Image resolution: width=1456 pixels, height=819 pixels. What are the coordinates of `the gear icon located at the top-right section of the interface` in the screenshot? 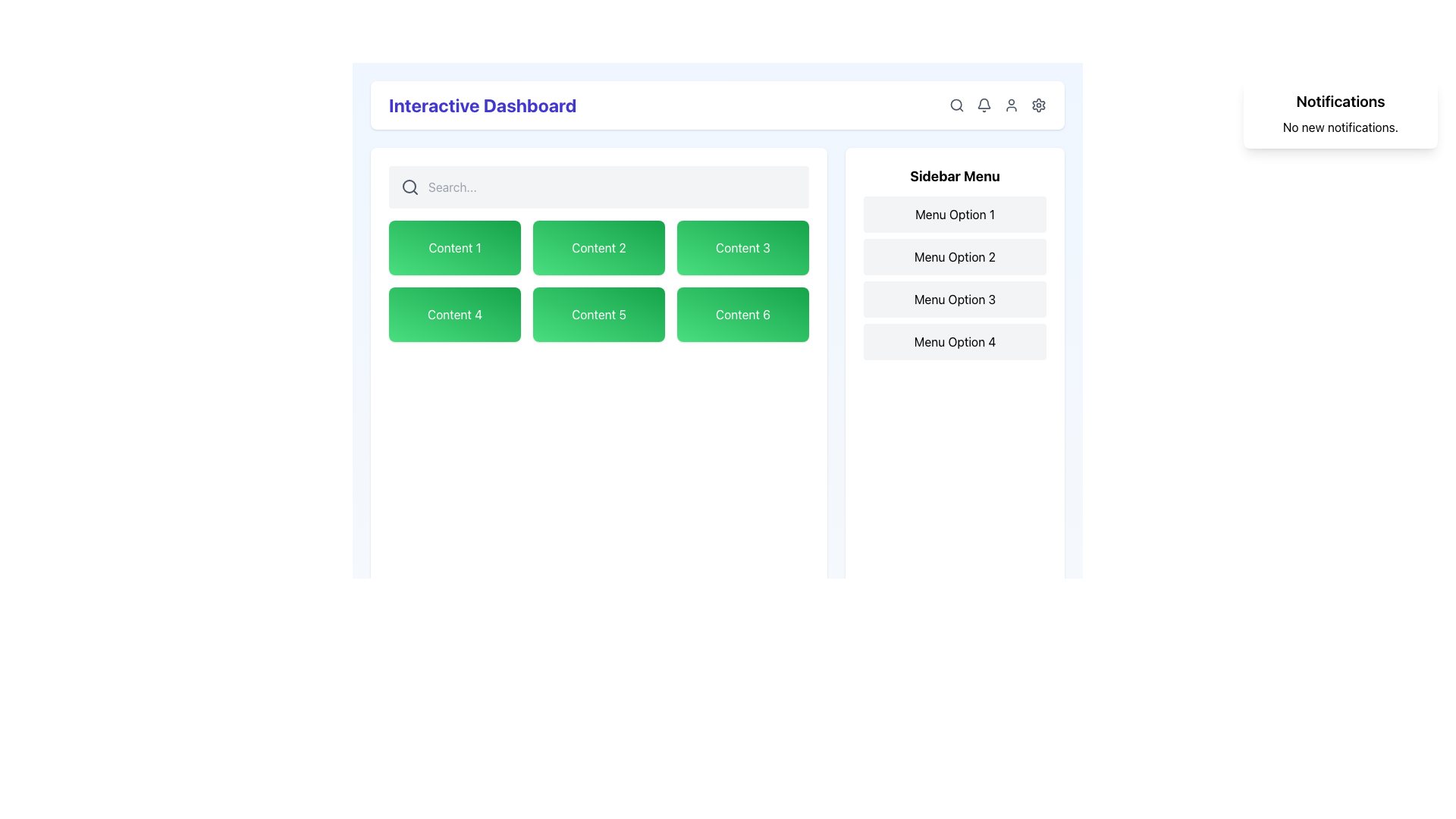 It's located at (1037, 104).